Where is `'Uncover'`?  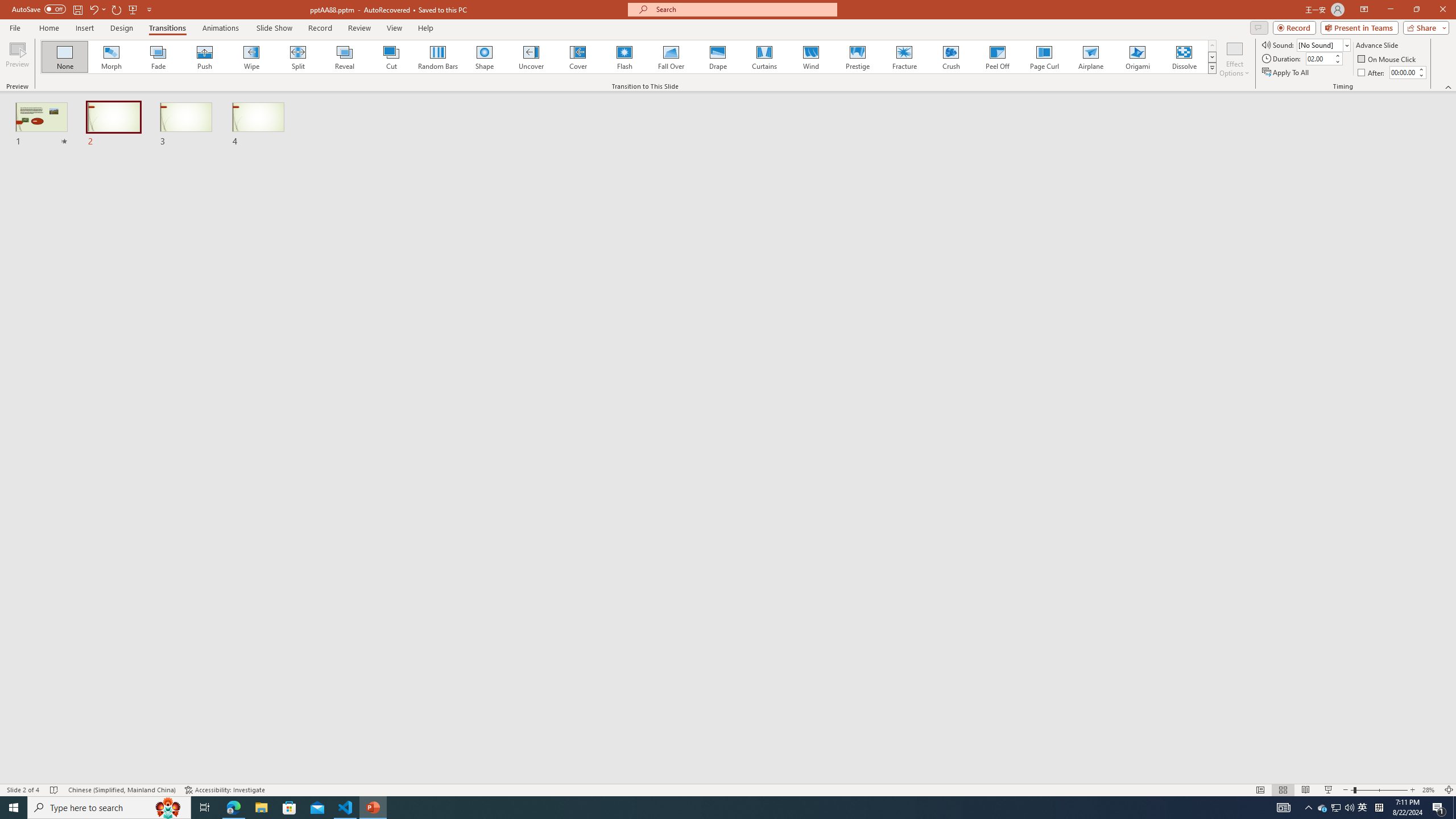 'Uncover' is located at coordinates (531, 56).